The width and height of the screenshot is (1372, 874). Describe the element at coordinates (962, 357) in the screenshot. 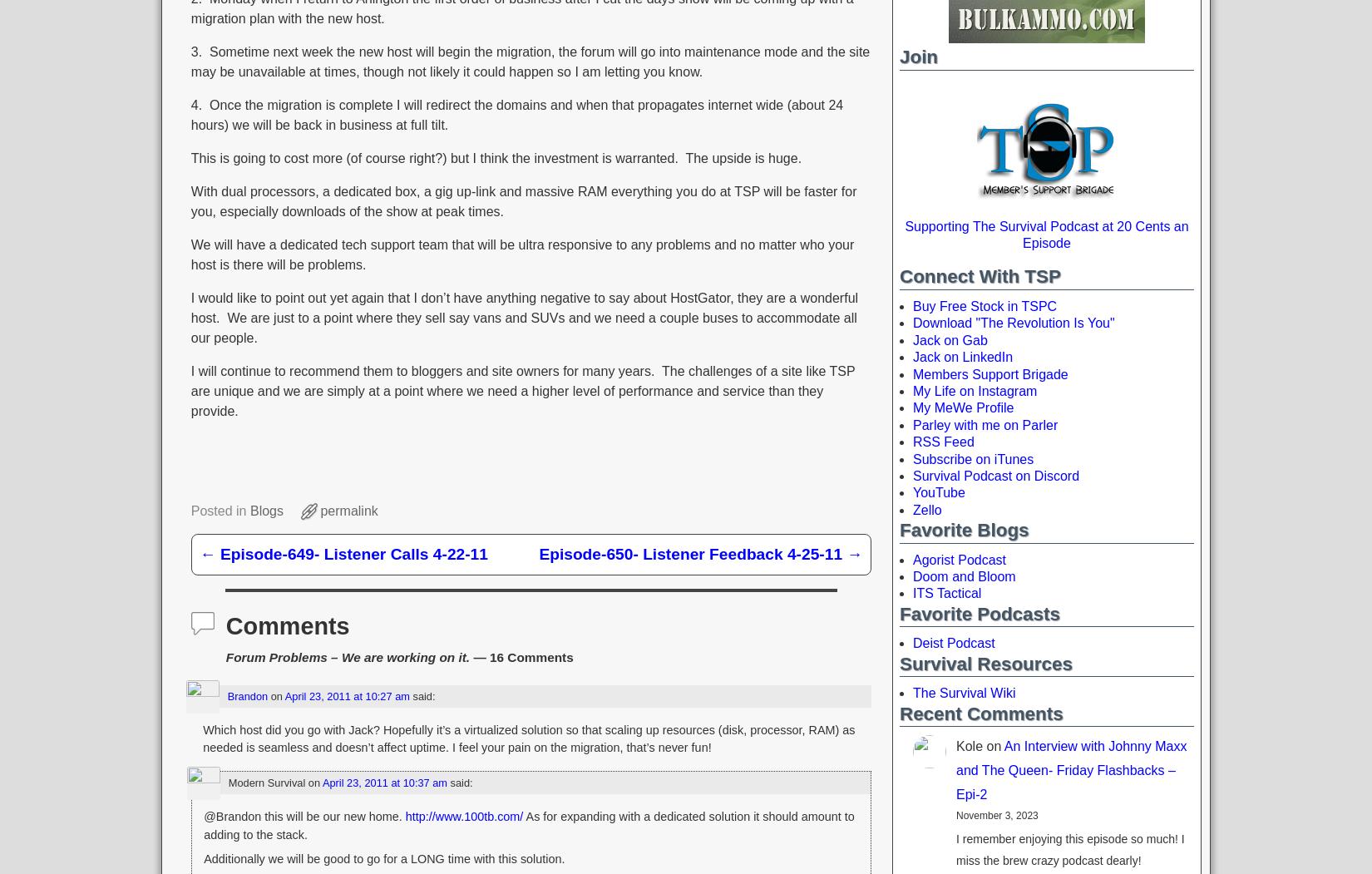

I see `'Jack on LinkedIn'` at that location.